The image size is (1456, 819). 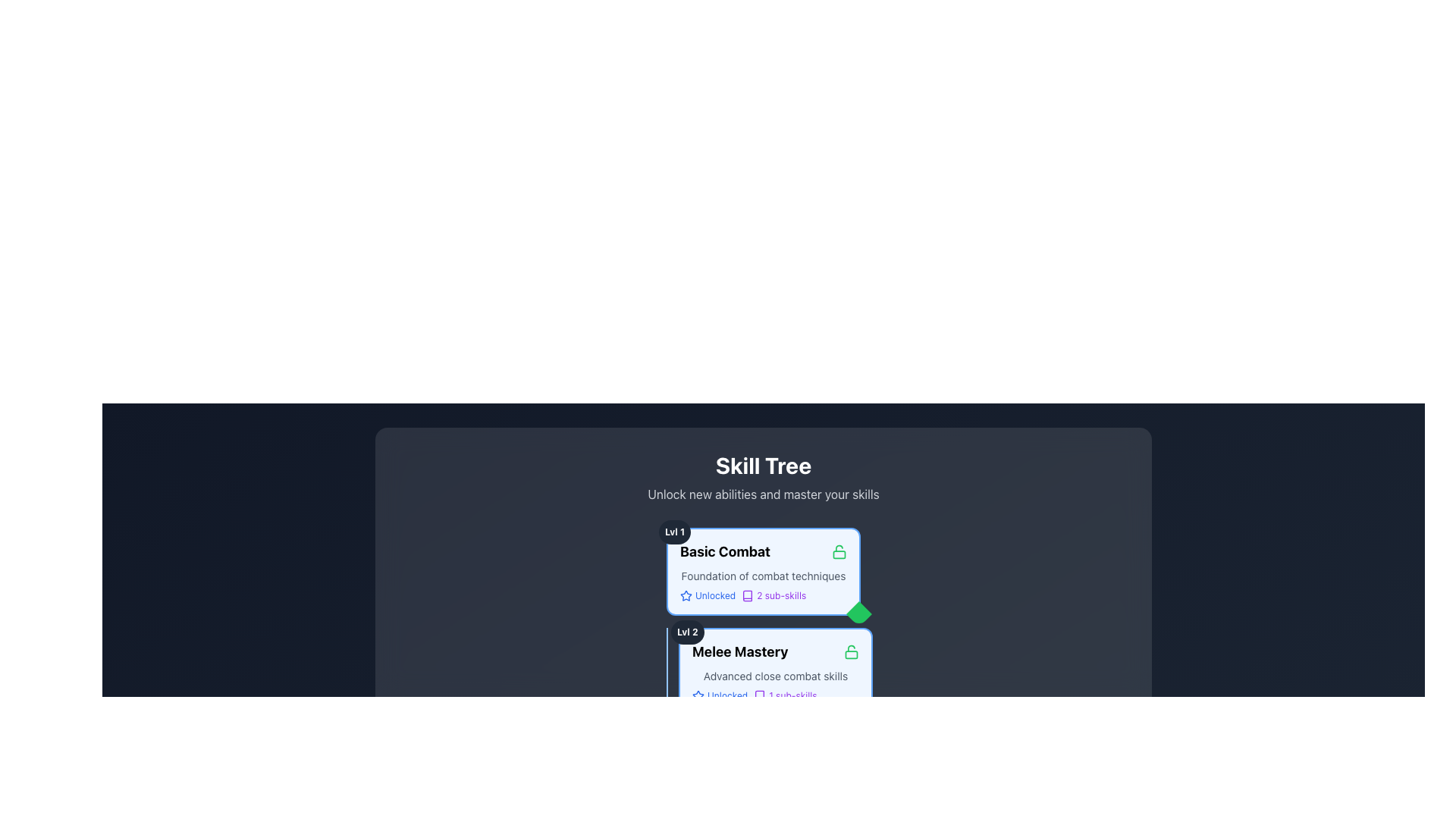 What do you see at coordinates (740, 651) in the screenshot?
I see `the 'Melee Mastery' text label, which is styled in bold font and located within the Level 2 skill card of the Skill Tree interface` at bounding box center [740, 651].